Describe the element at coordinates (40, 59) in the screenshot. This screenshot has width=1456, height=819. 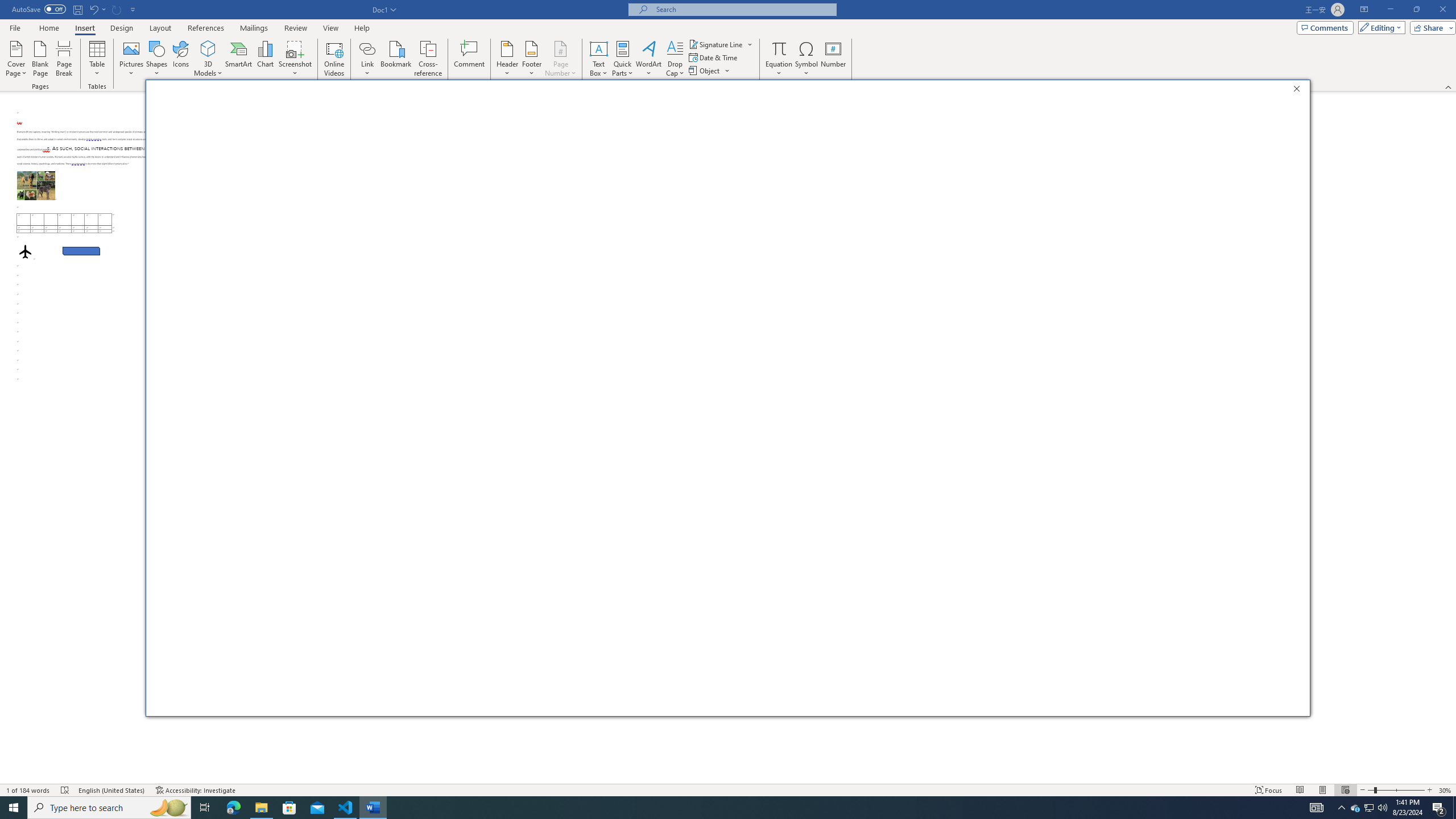
I see `'Blank Page'` at that location.